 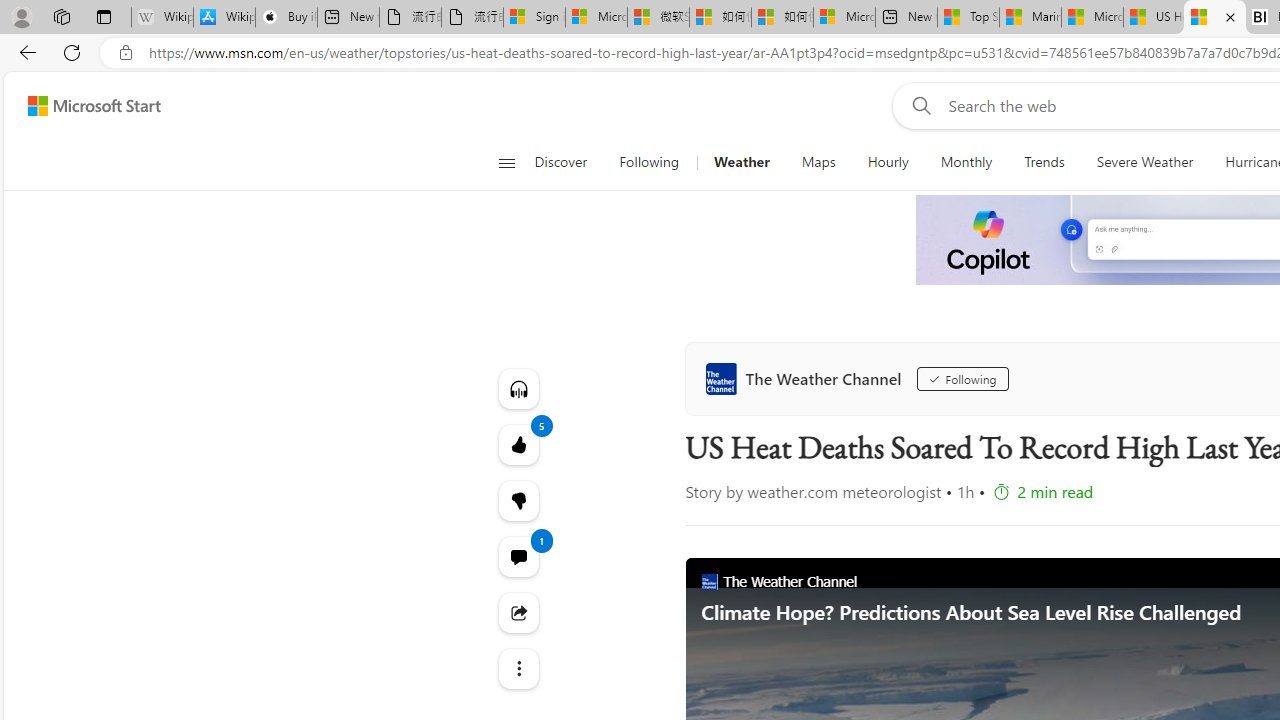 I want to click on 'Hourly', so click(x=886, y=162).